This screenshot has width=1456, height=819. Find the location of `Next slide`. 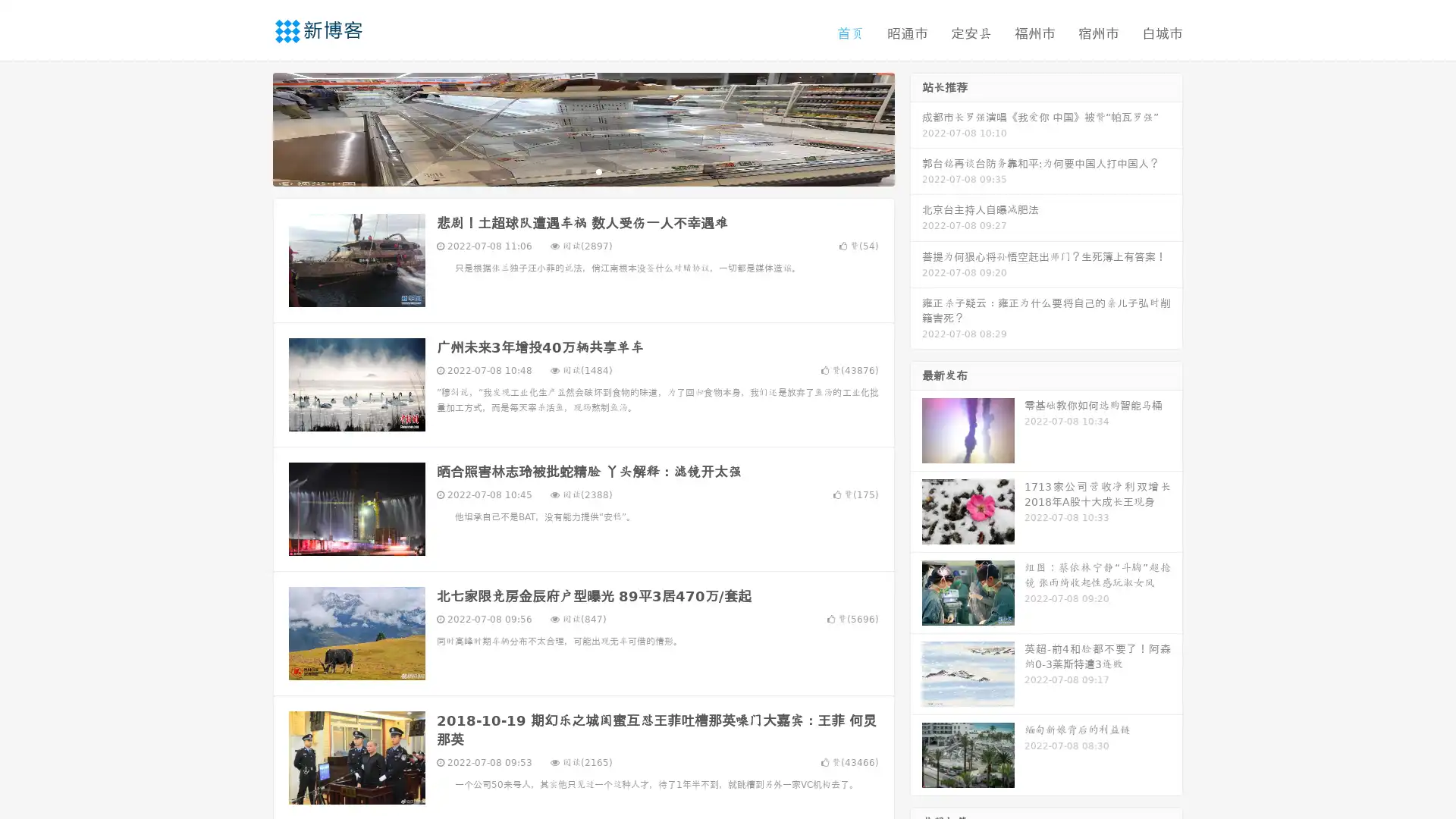

Next slide is located at coordinates (916, 127).